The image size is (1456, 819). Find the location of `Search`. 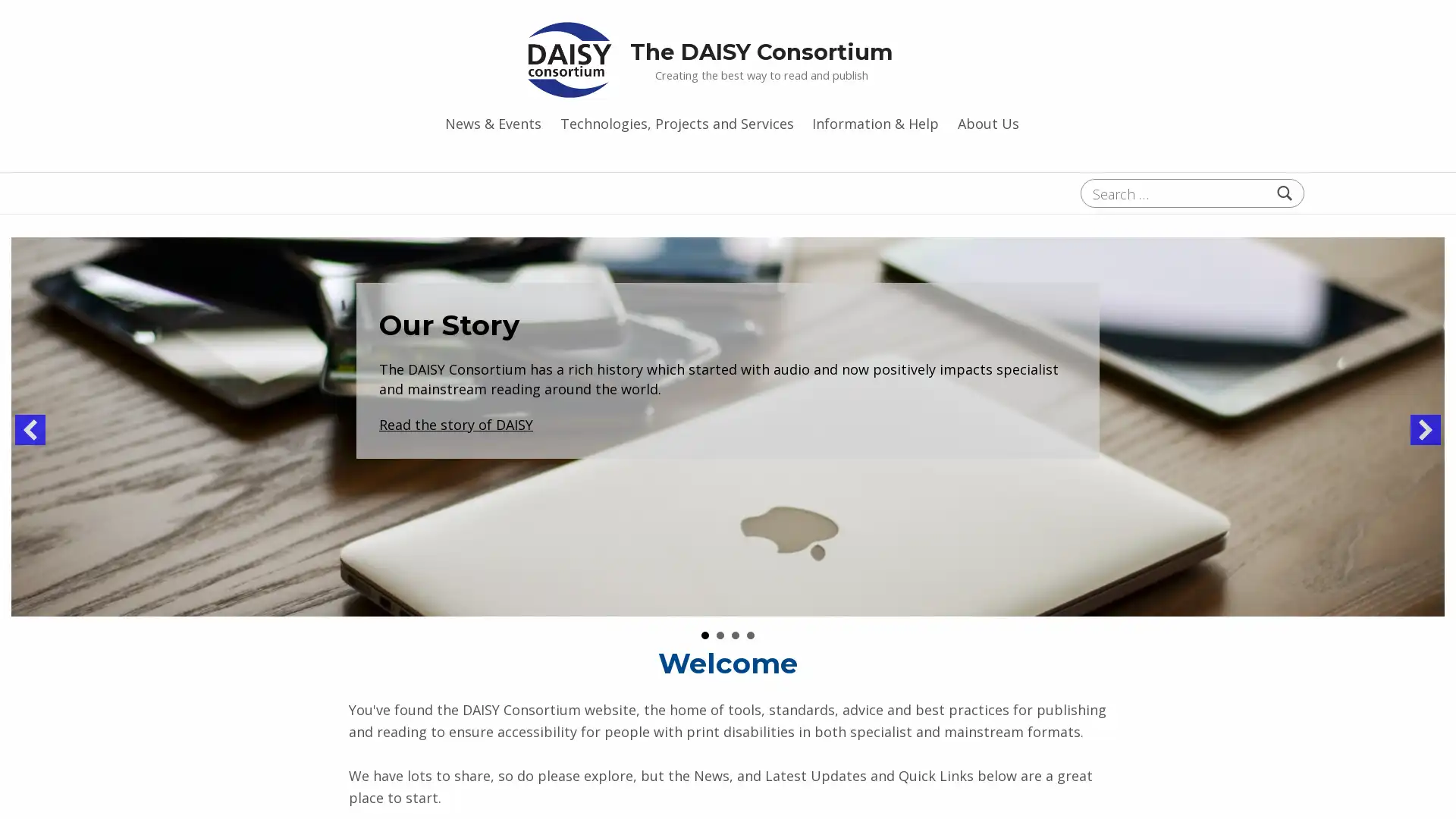

Search is located at coordinates (1284, 192).